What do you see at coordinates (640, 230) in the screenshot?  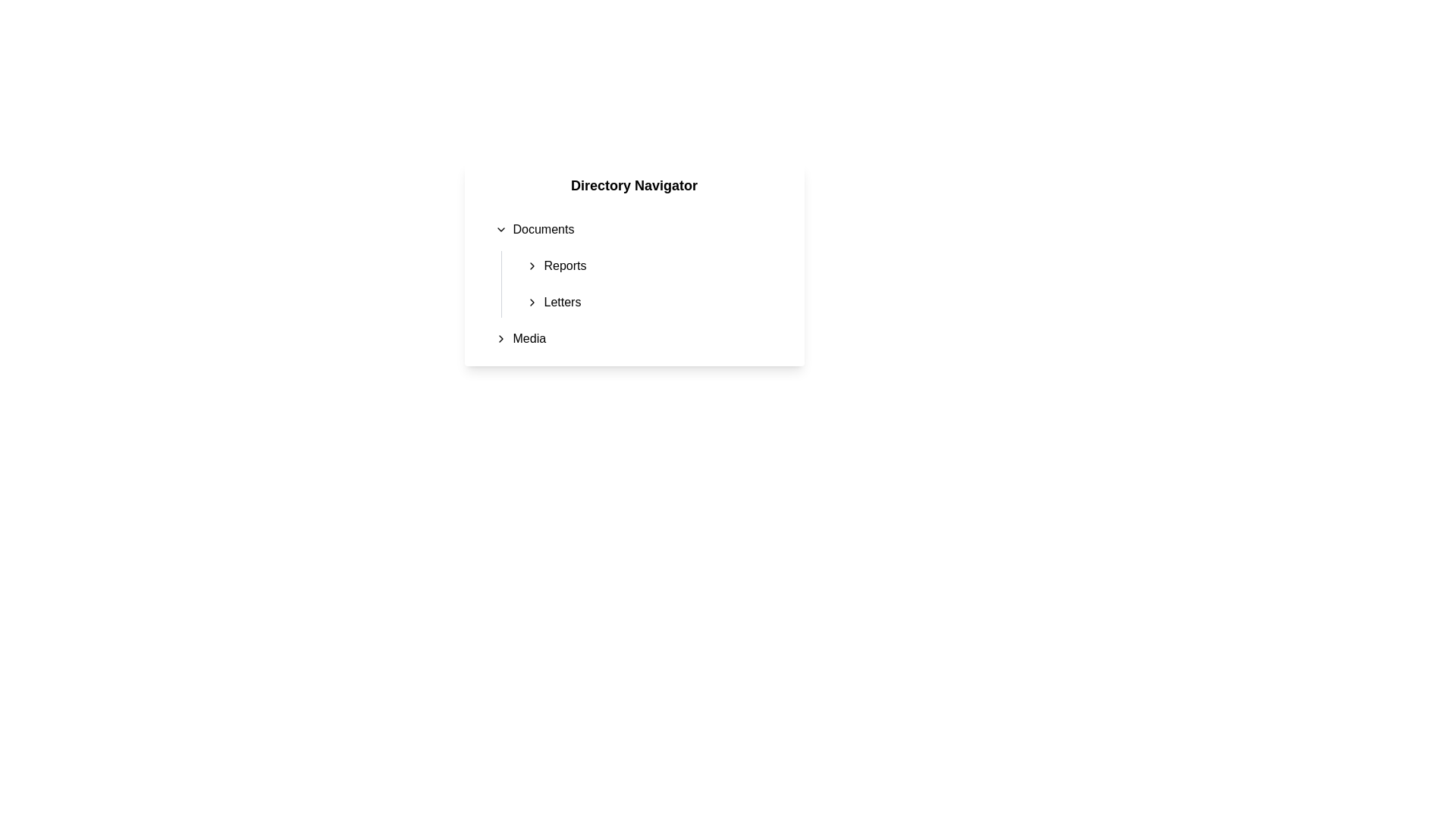 I see `the first interactive list item in the hierarchical navigation menu that expands the 'Documents' section` at bounding box center [640, 230].